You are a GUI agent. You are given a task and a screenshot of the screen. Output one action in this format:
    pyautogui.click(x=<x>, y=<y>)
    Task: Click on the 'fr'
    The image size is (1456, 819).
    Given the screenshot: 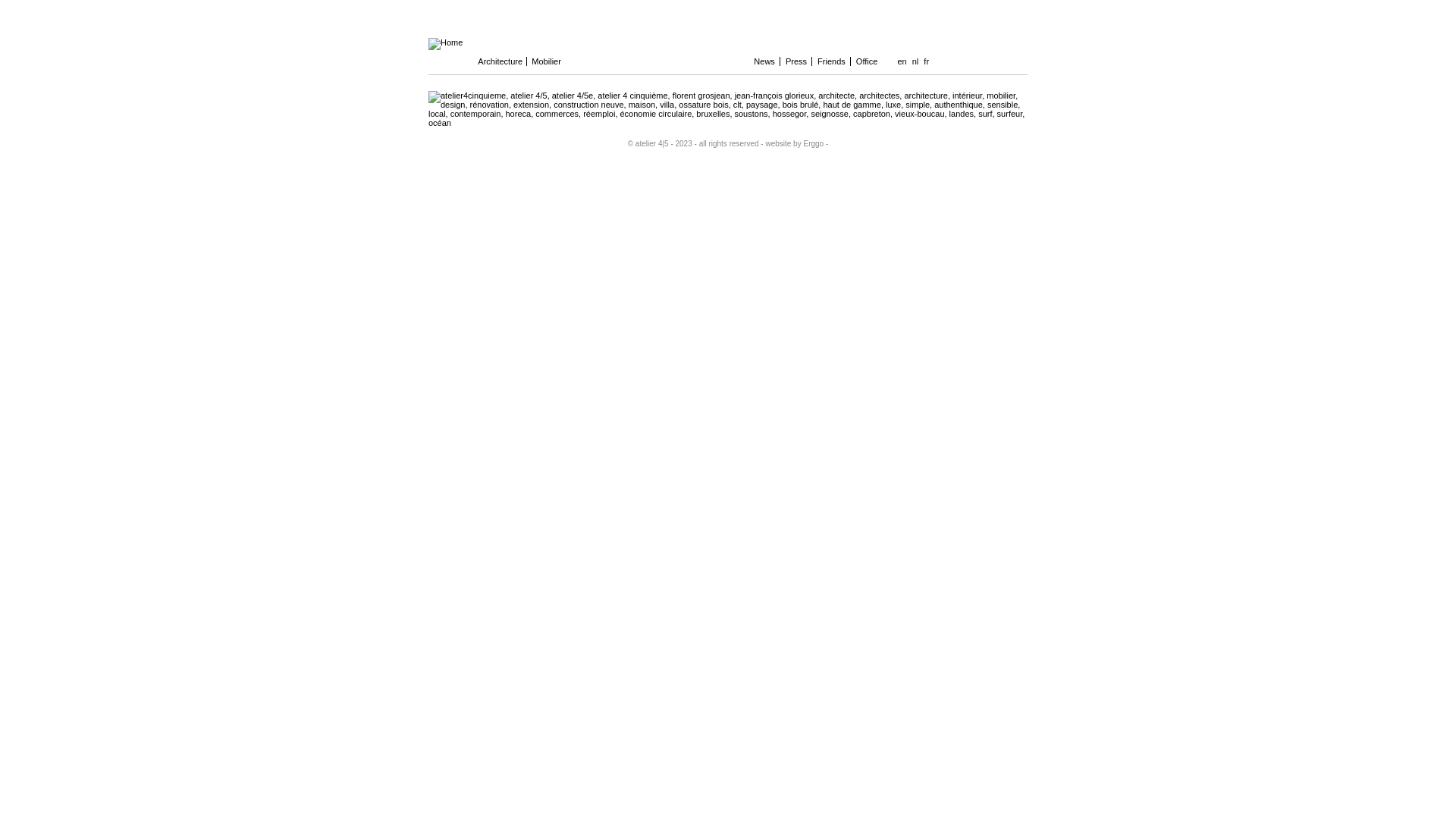 What is the action you would take?
    pyautogui.click(x=925, y=61)
    